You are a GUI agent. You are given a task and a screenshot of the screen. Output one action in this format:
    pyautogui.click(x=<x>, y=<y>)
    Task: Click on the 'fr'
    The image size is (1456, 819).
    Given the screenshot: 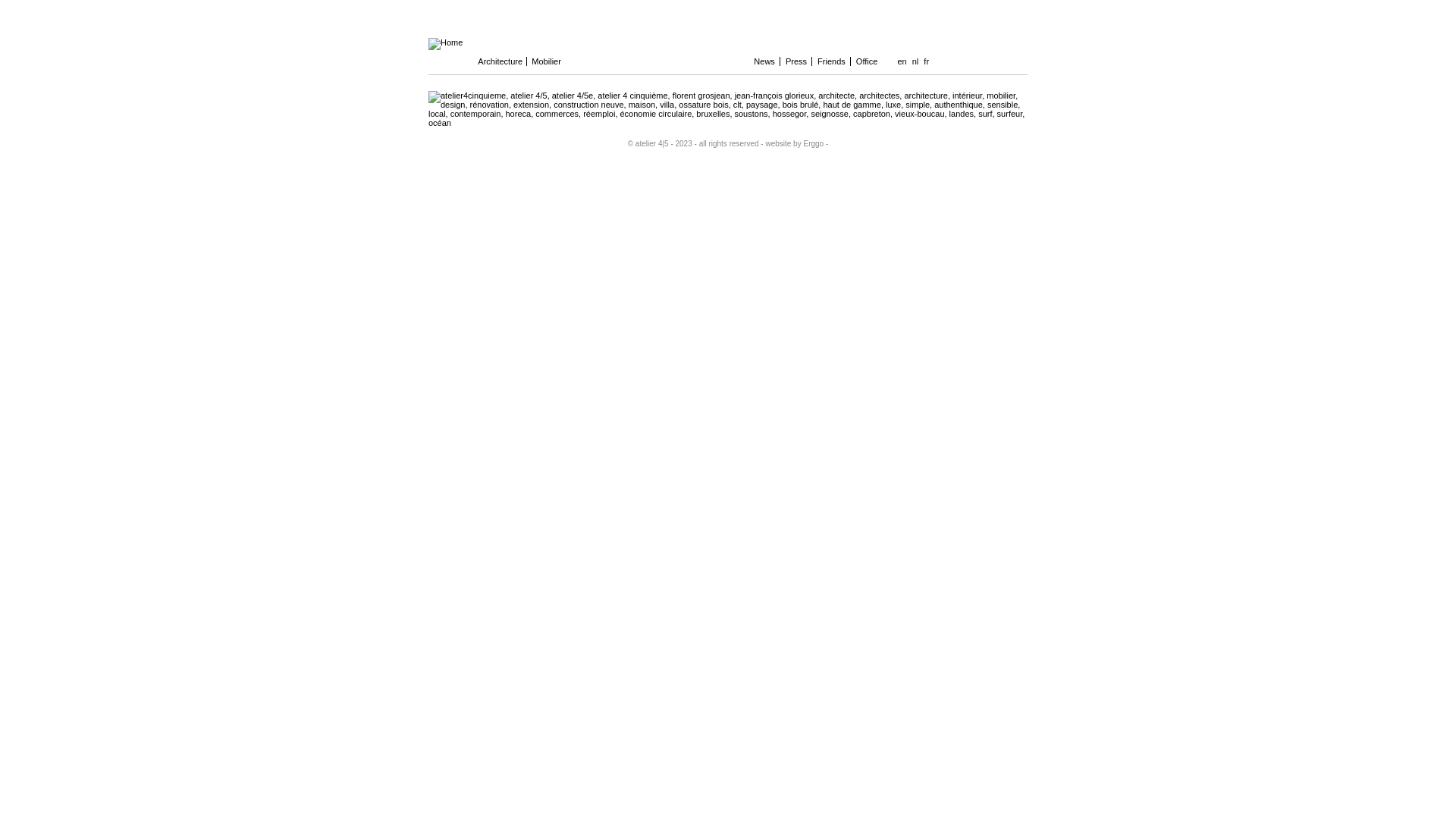 What is the action you would take?
    pyautogui.click(x=925, y=61)
    